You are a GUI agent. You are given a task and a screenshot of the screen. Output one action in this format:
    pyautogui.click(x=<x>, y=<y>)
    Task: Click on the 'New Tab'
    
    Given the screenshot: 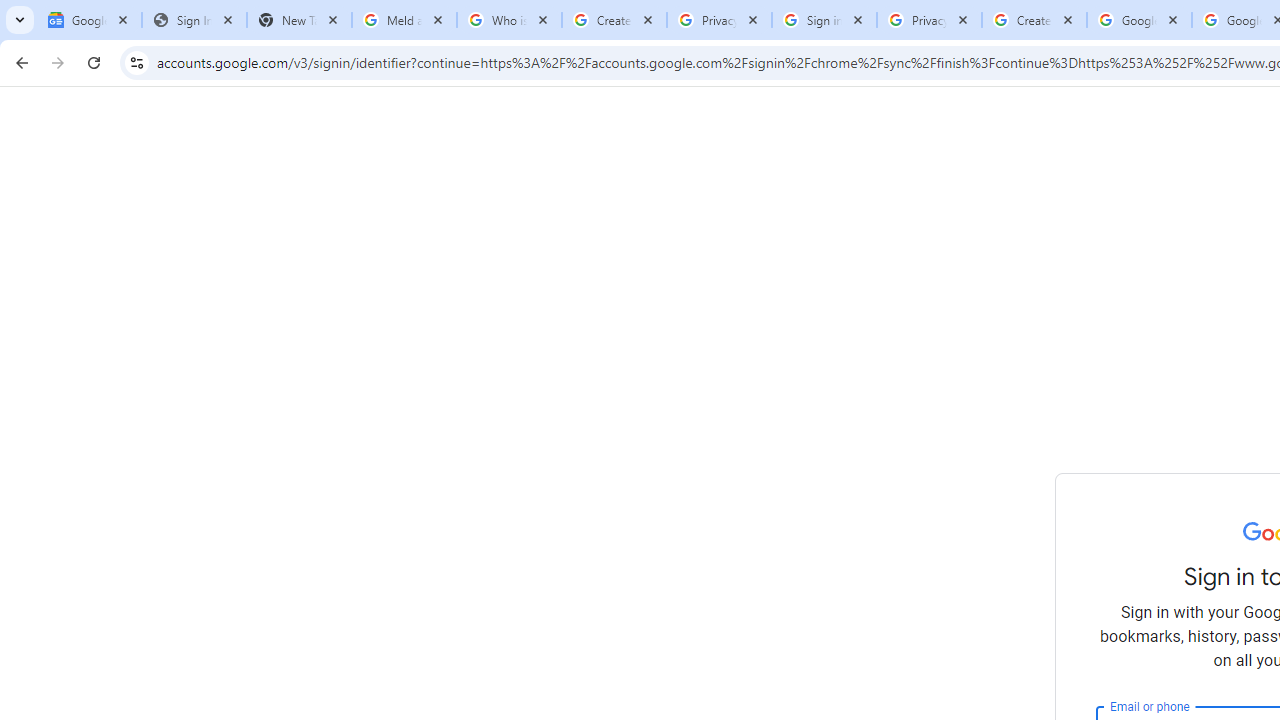 What is the action you would take?
    pyautogui.click(x=298, y=20)
    